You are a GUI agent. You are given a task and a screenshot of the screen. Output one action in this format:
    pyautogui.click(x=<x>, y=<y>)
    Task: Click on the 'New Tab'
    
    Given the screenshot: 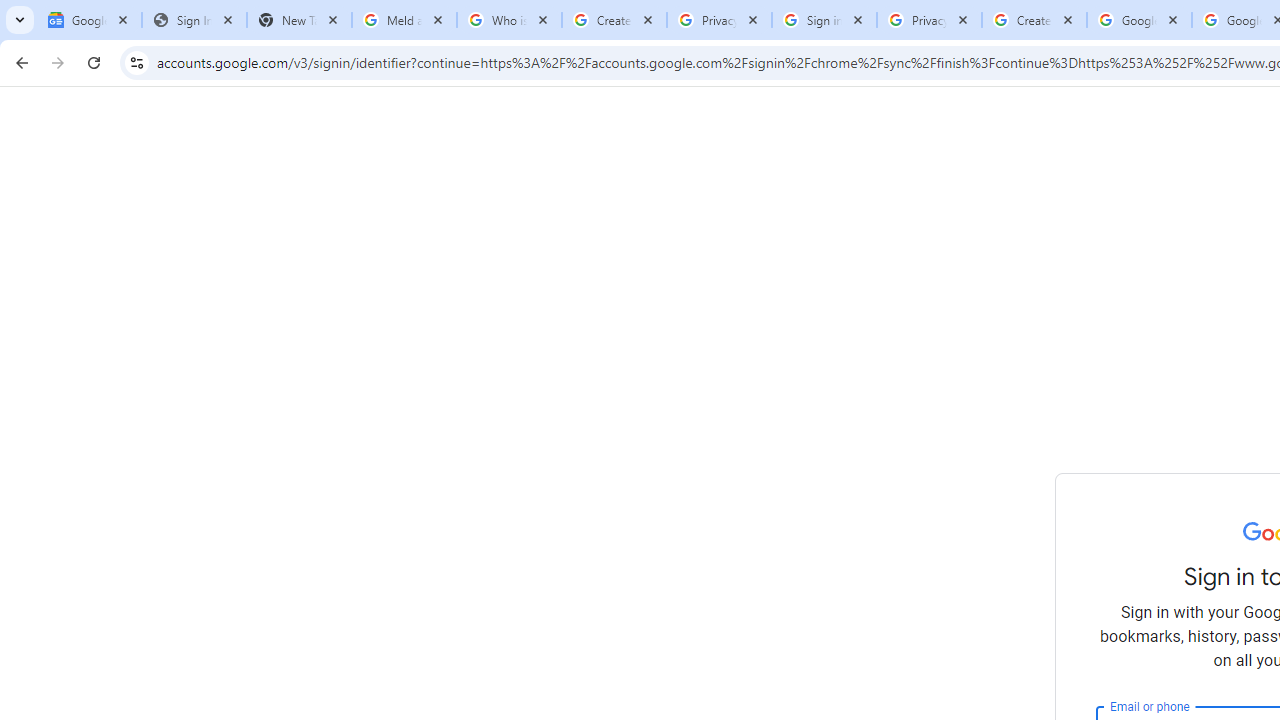 What is the action you would take?
    pyautogui.click(x=298, y=20)
    